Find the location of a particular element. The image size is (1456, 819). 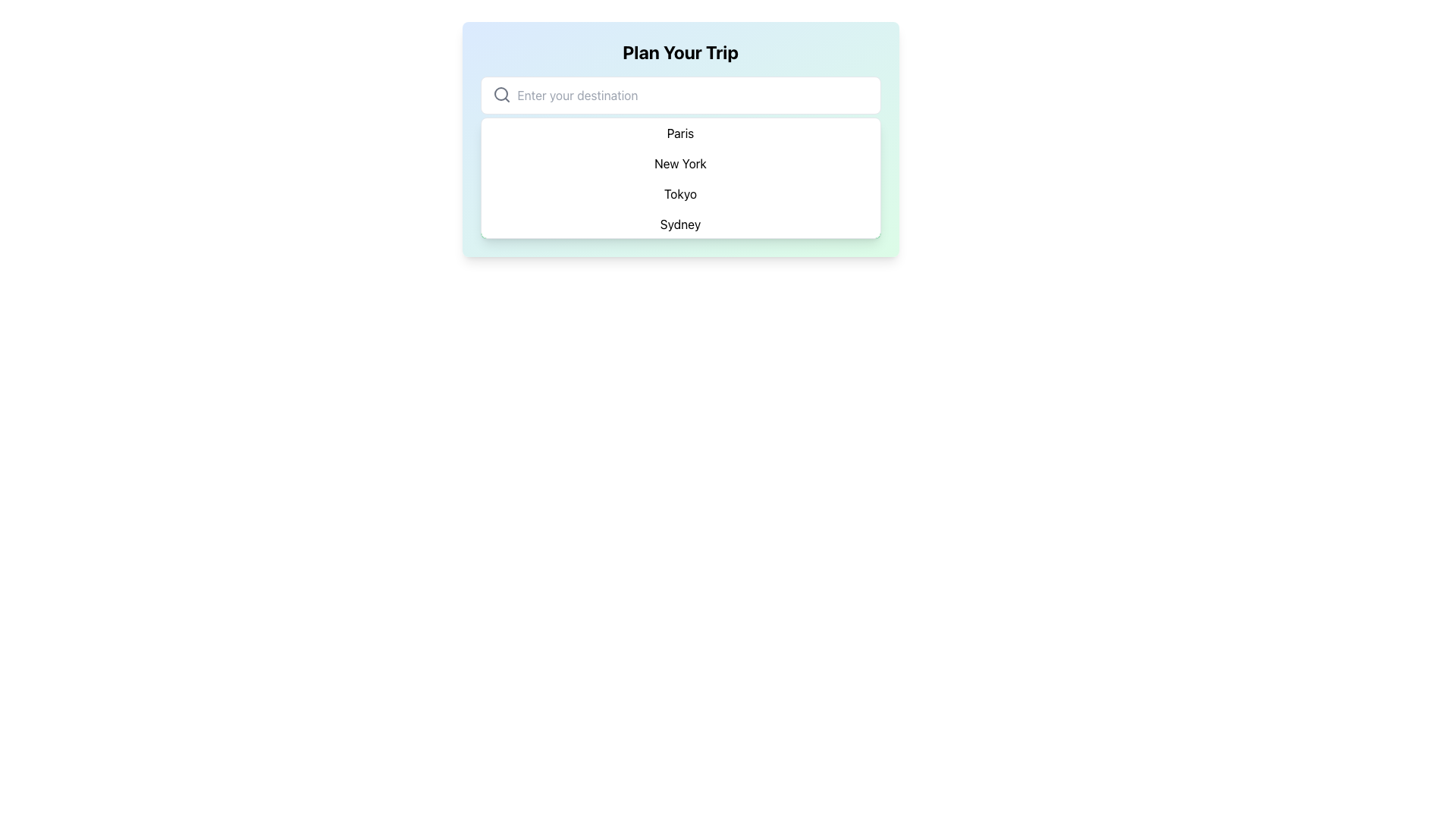

the first selectable option in the dropdown menu labeled 'Plan Your Trip' is located at coordinates (679, 133).